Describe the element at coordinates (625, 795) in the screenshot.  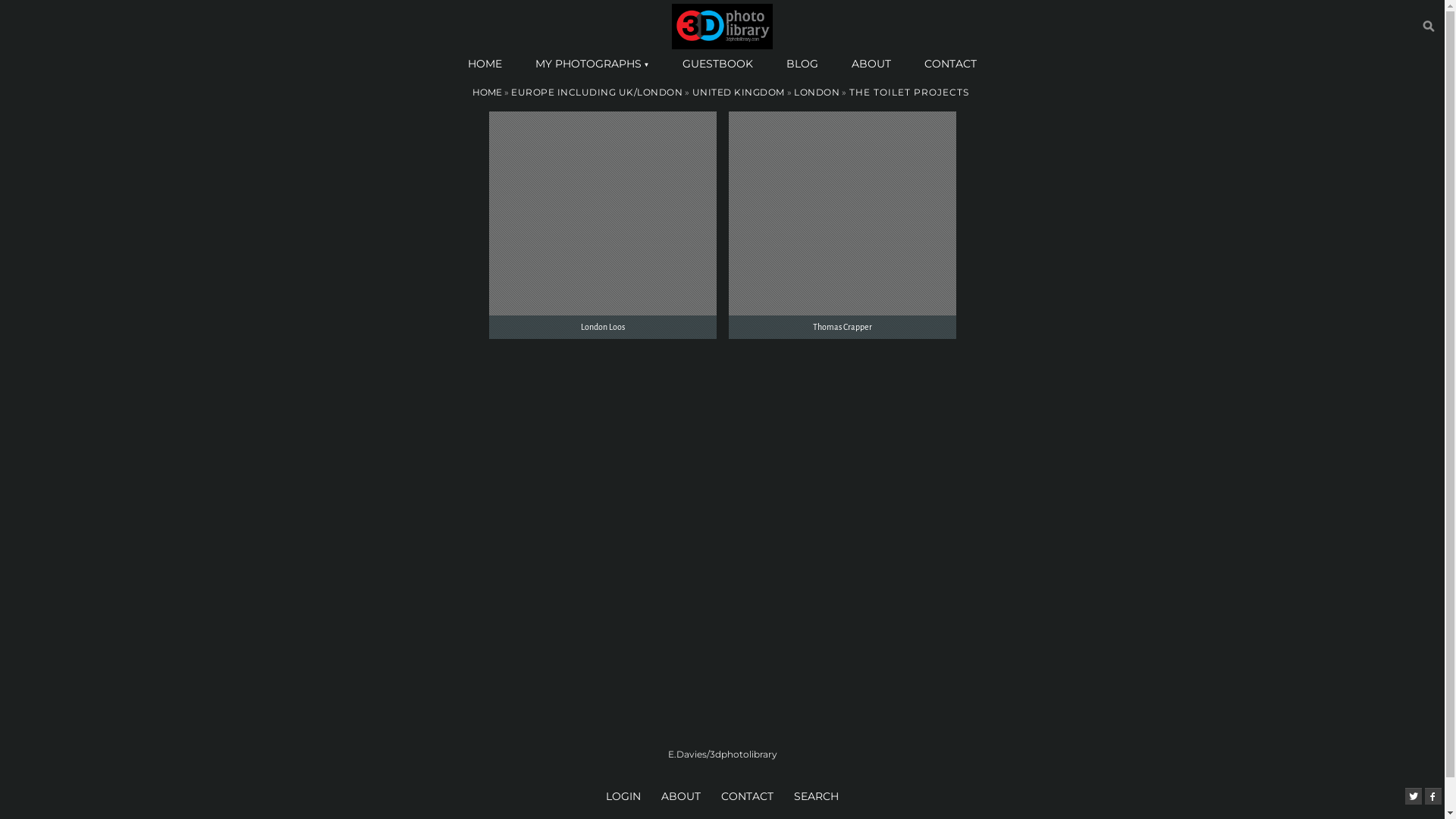
I see `'LOGIN'` at that location.